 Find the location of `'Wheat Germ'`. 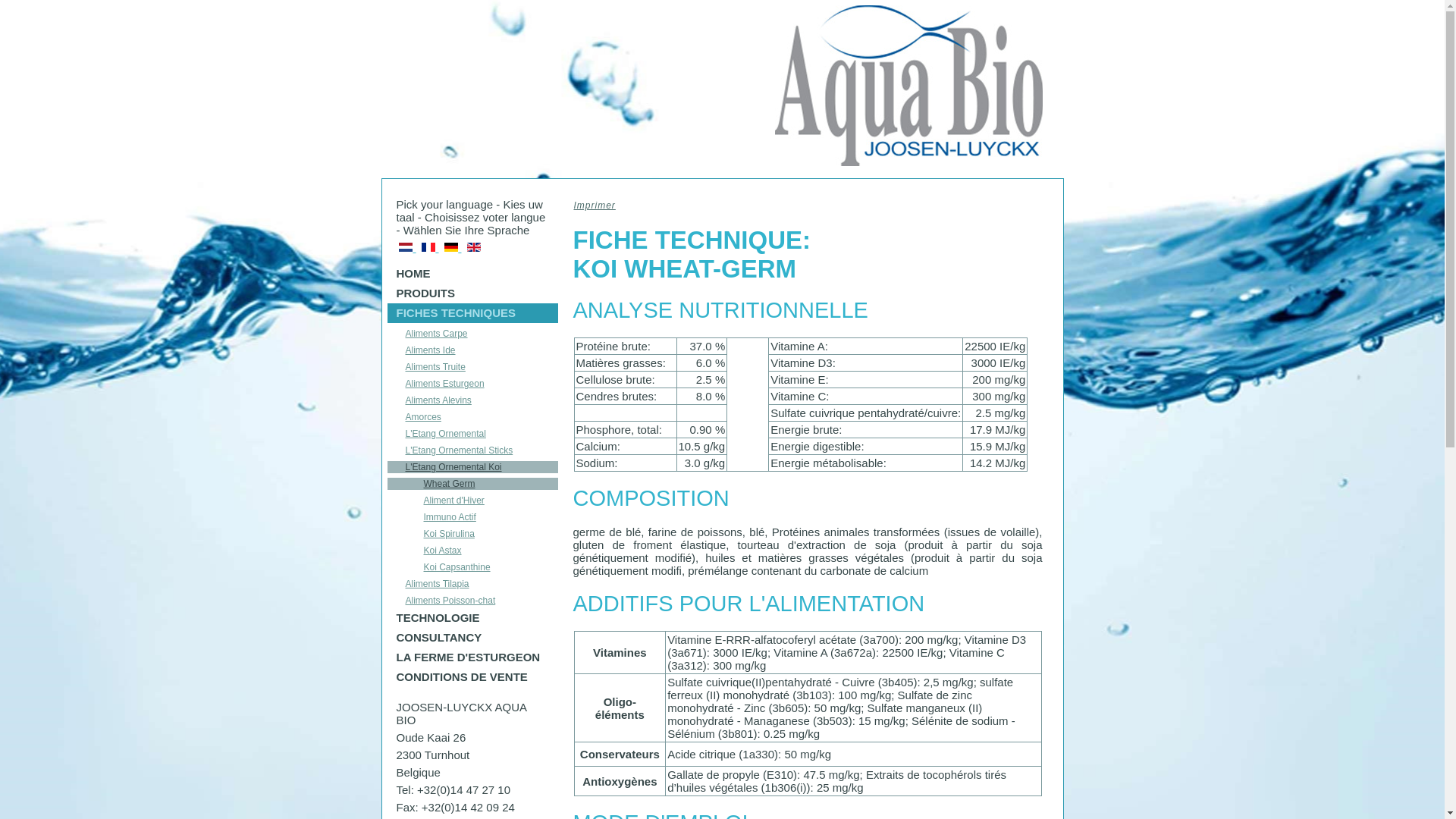

'Wheat Germ' is located at coordinates (471, 483).